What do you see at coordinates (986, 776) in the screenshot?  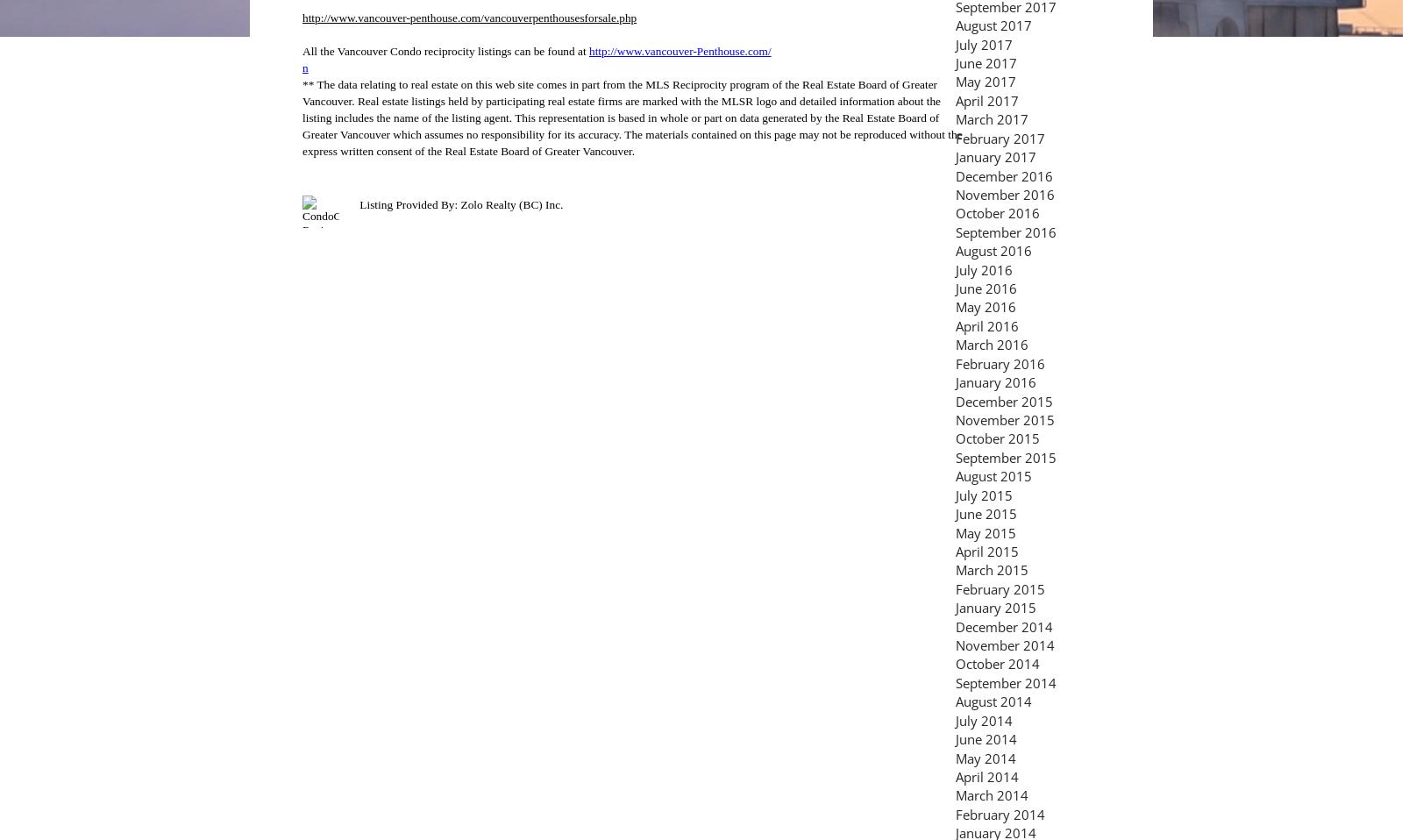 I see `'April 2014'` at bounding box center [986, 776].